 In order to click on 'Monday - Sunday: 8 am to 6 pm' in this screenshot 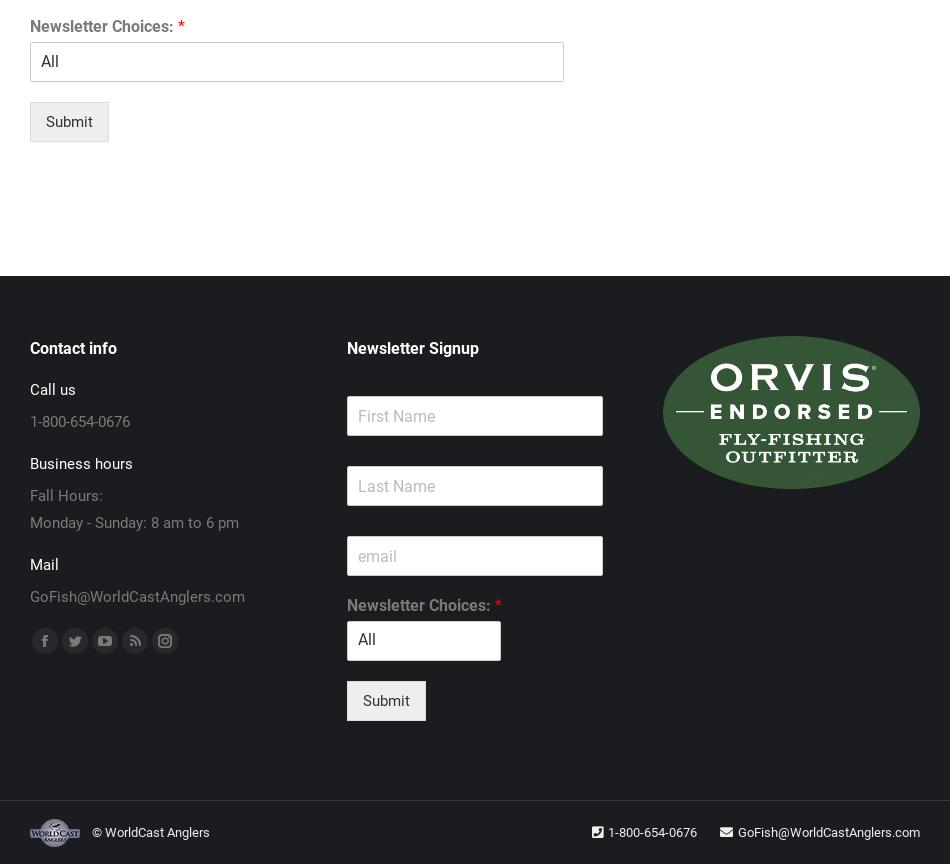, I will do `click(134, 522)`.